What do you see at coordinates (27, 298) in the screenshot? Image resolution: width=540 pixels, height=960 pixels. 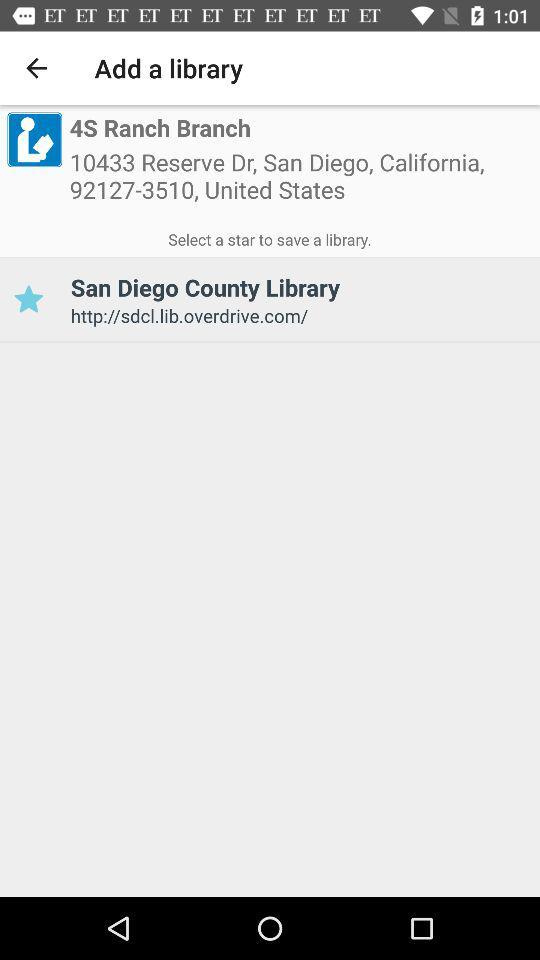 I see `favorite` at bounding box center [27, 298].